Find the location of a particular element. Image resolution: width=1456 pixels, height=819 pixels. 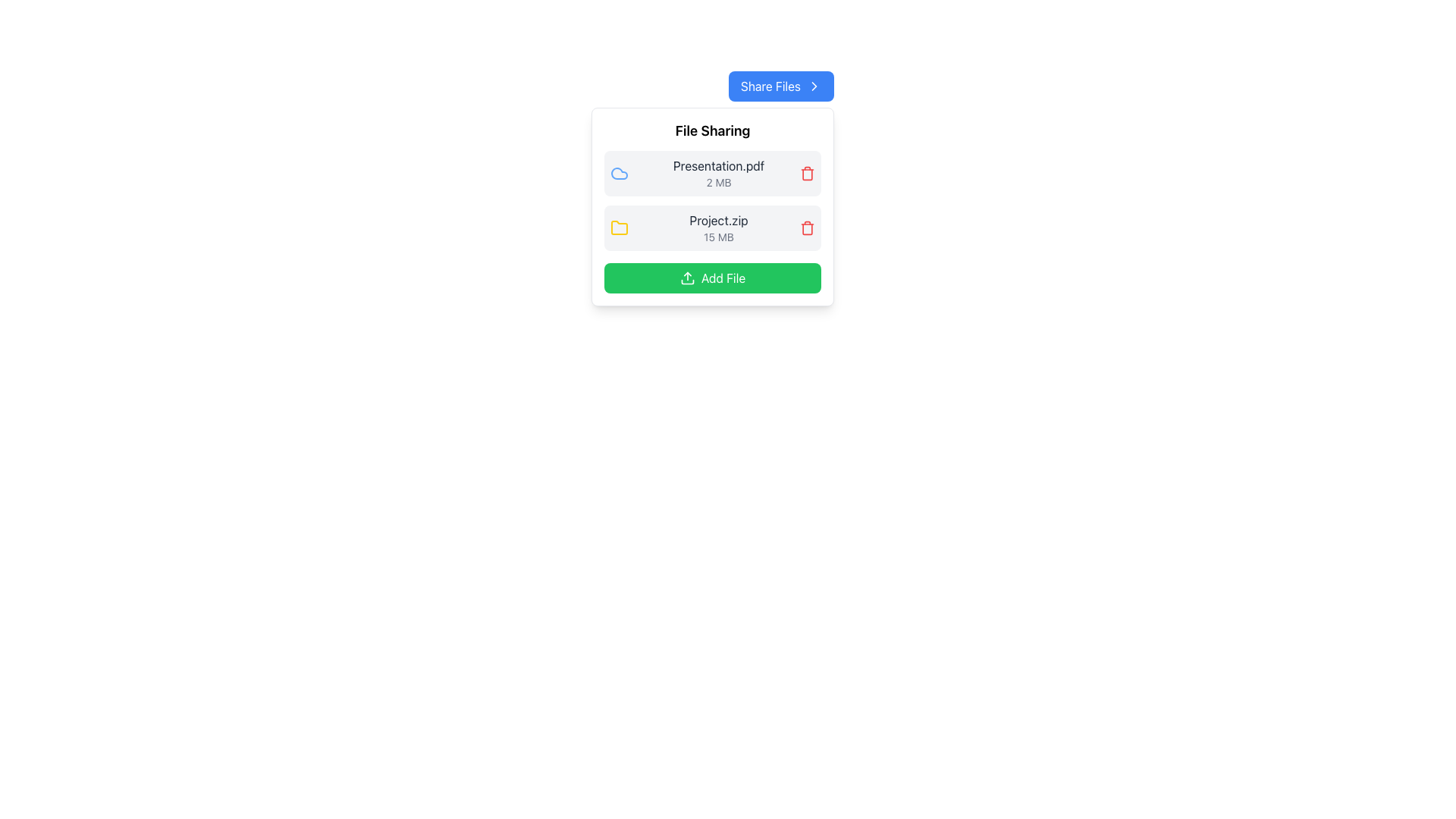

text of the Text Label representing a file entry in the file-sharing application, located above the red trash icon and to the right of the blue cloud icon is located at coordinates (718, 172).